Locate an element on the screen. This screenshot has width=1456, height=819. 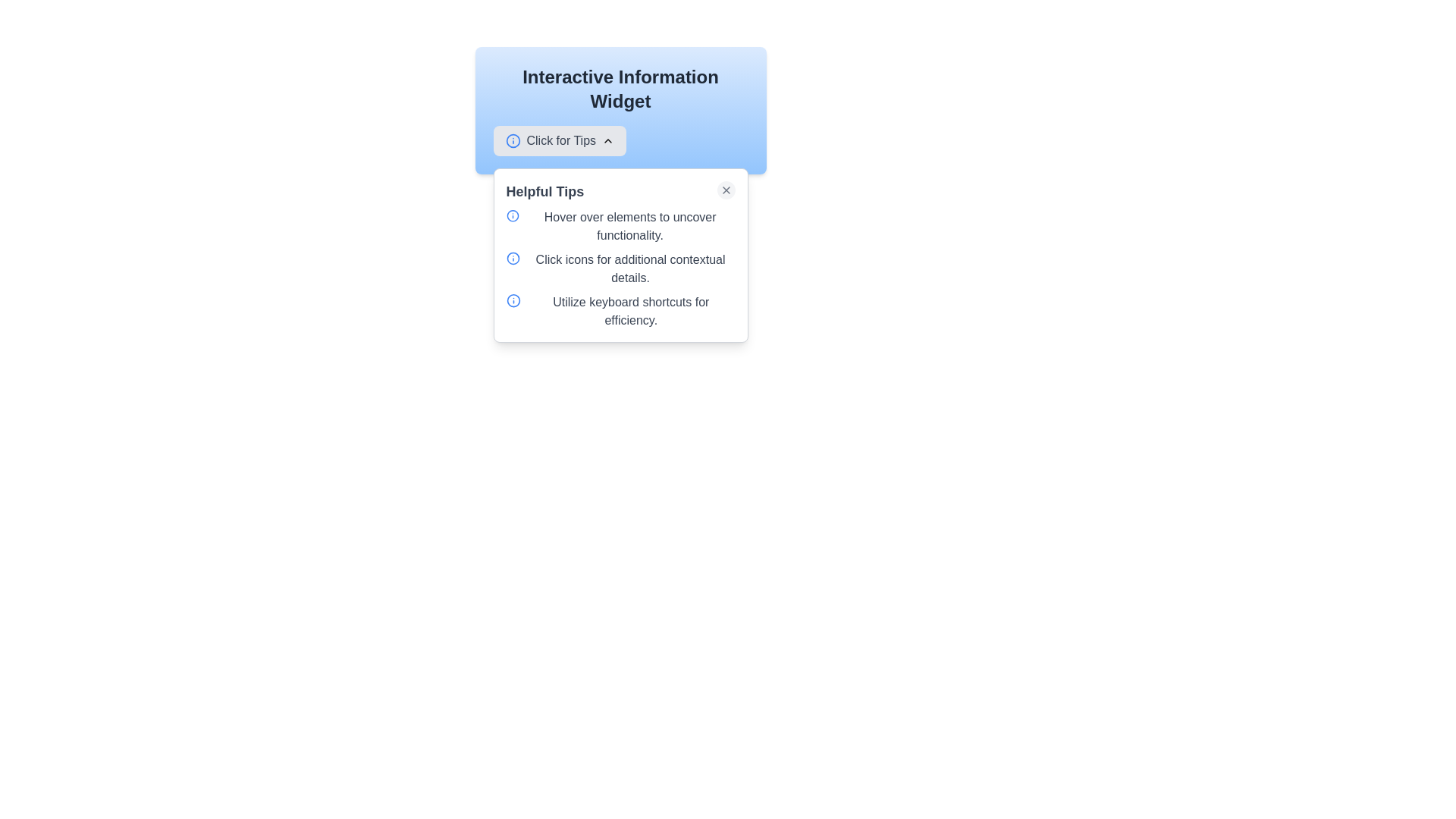
the 'Click for Tips' button is located at coordinates (559, 140).